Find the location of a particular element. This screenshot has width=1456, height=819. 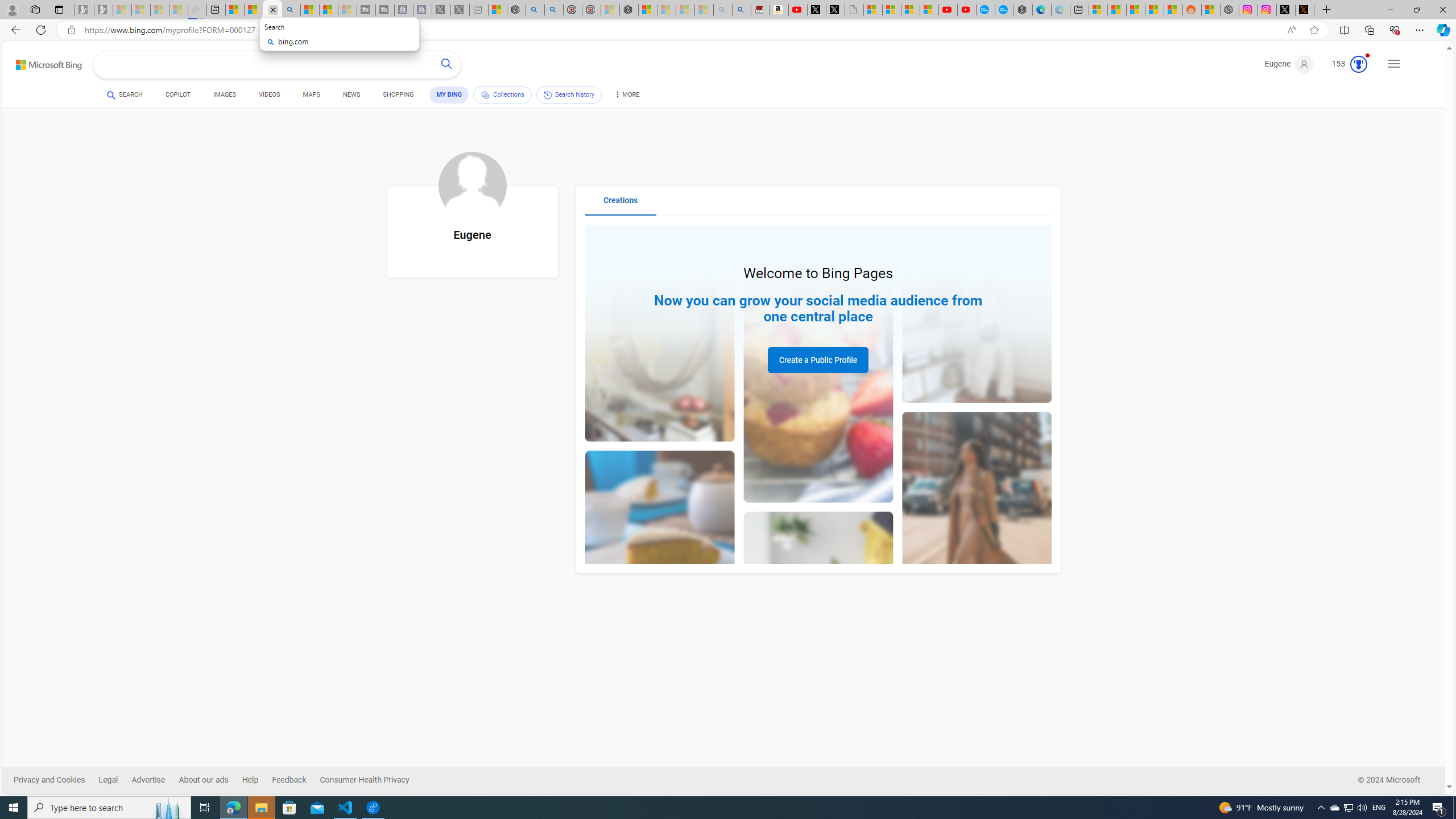

'About our ads' is located at coordinates (209, 780).